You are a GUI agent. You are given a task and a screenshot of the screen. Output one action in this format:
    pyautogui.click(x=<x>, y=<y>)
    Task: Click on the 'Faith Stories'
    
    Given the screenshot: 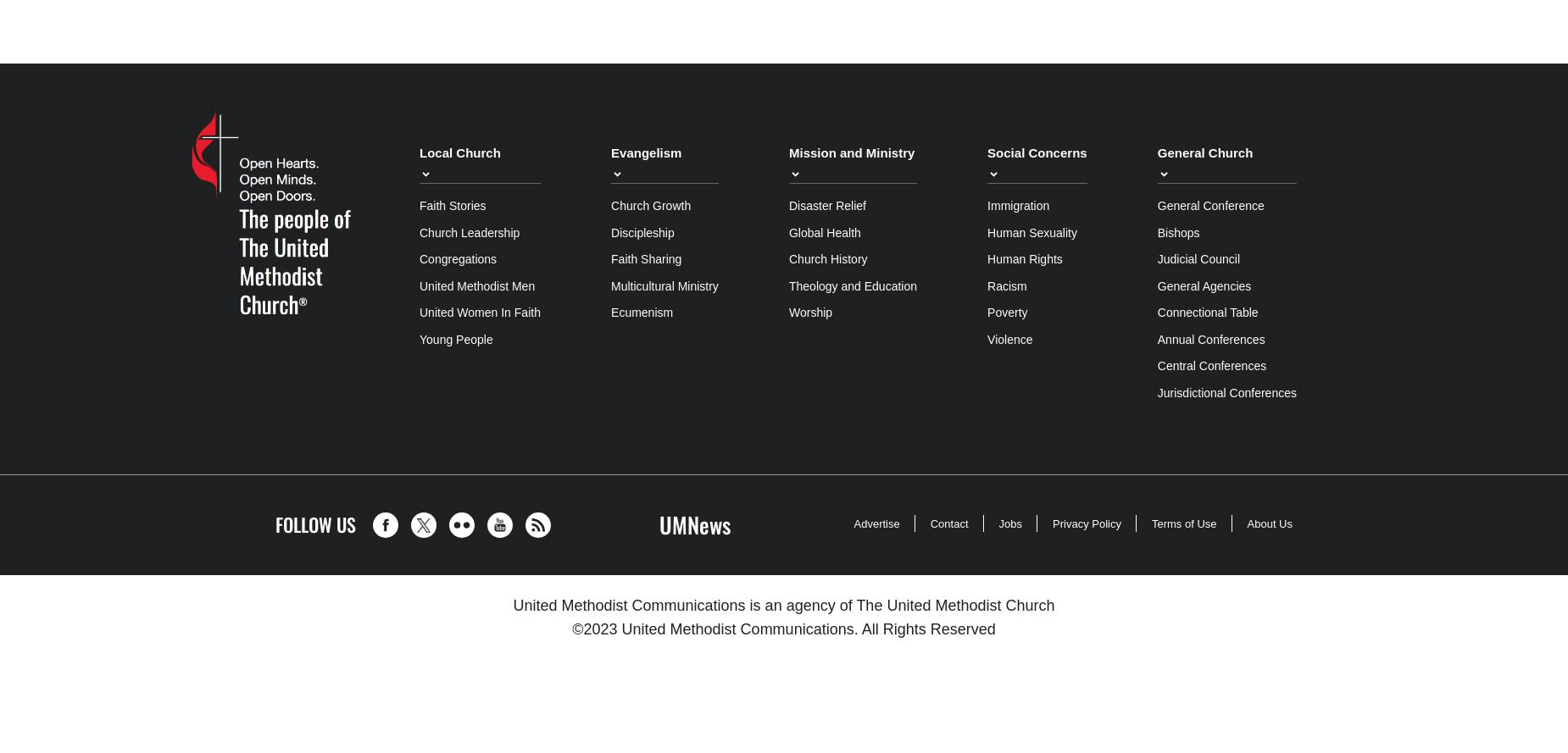 What is the action you would take?
    pyautogui.click(x=452, y=204)
    